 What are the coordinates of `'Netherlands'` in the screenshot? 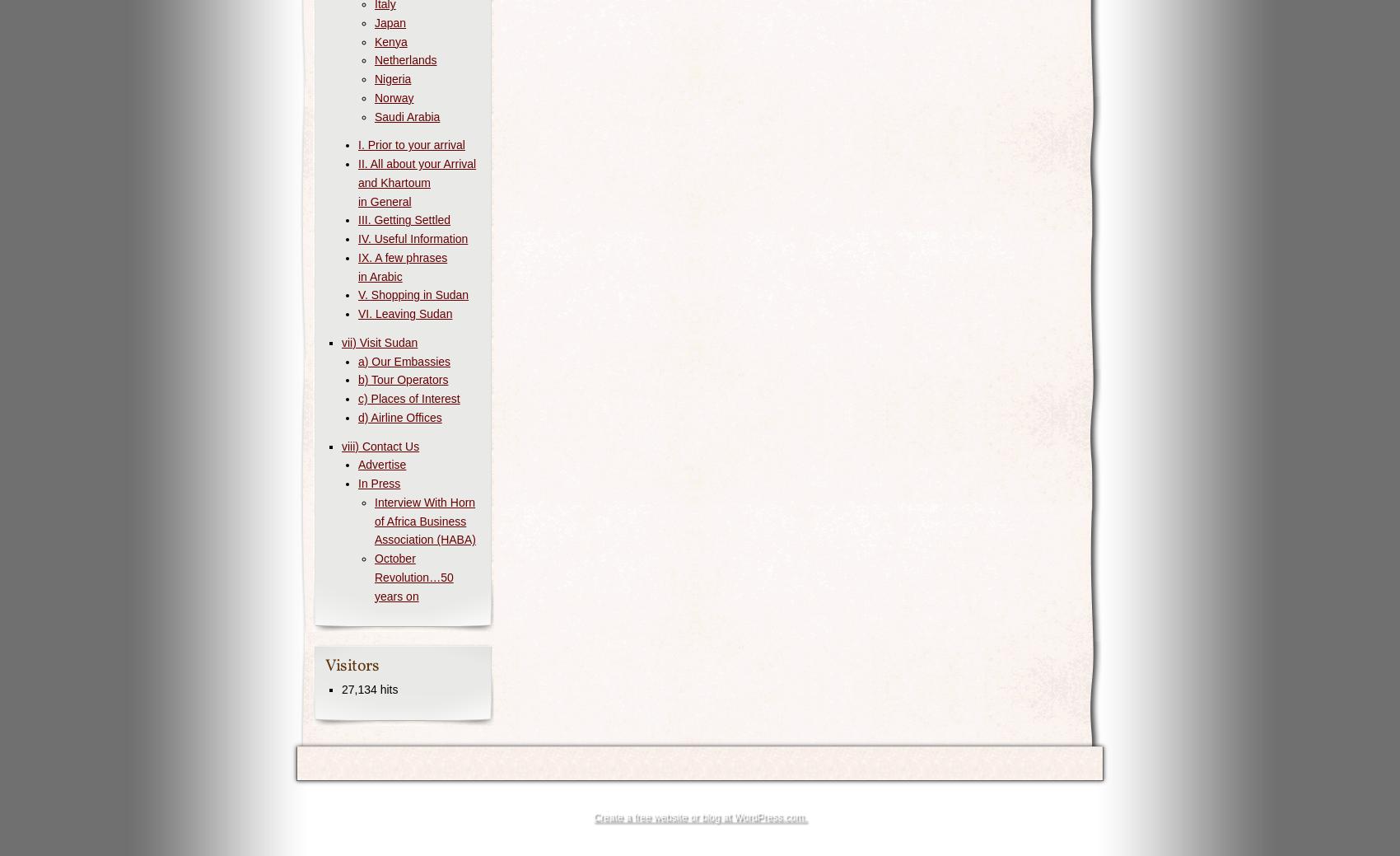 It's located at (405, 59).